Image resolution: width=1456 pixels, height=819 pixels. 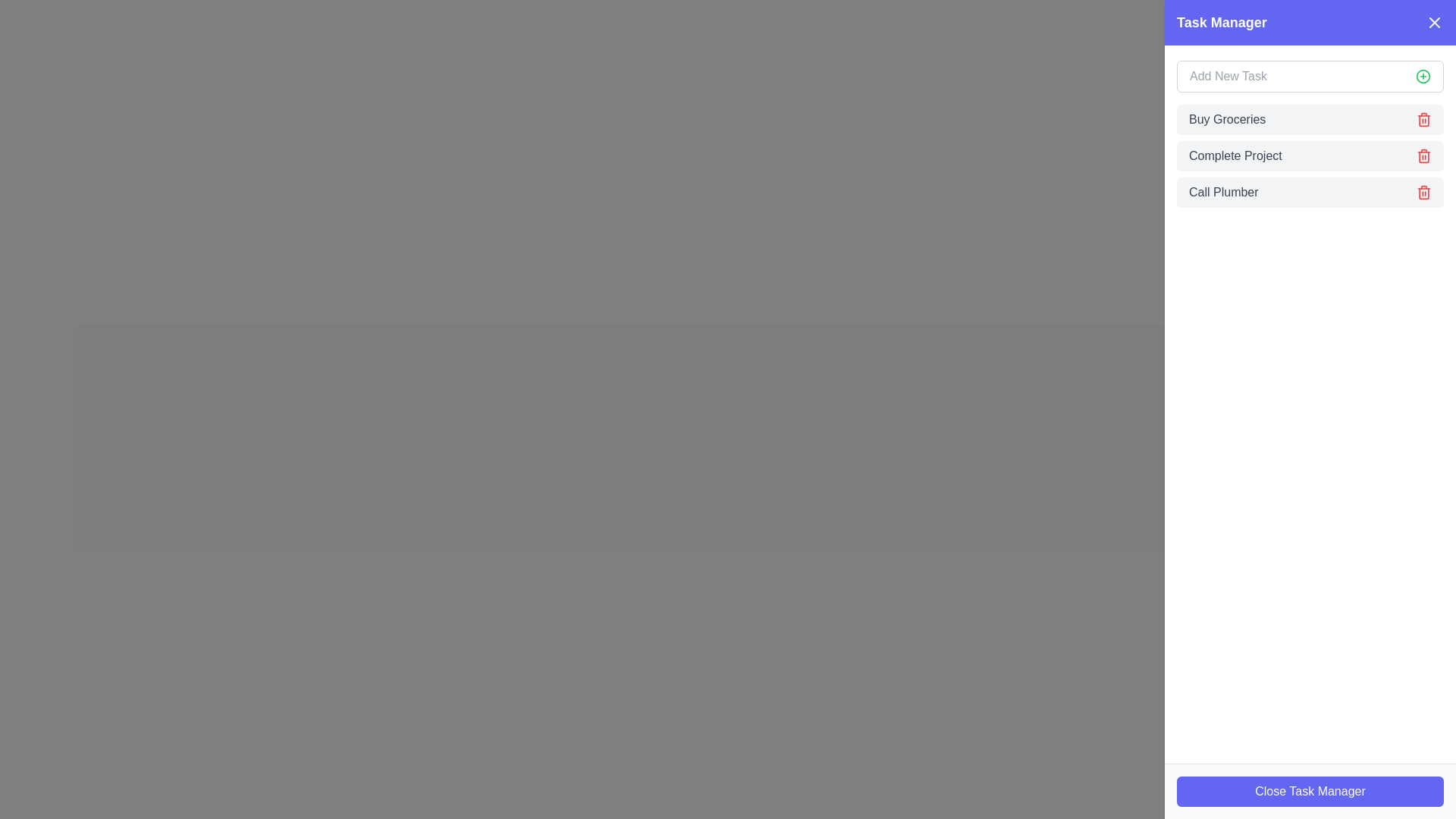 What do you see at coordinates (1423, 192) in the screenshot?
I see `the delete button icon for the 'Call Plumber' task` at bounding box center [1423, 192].